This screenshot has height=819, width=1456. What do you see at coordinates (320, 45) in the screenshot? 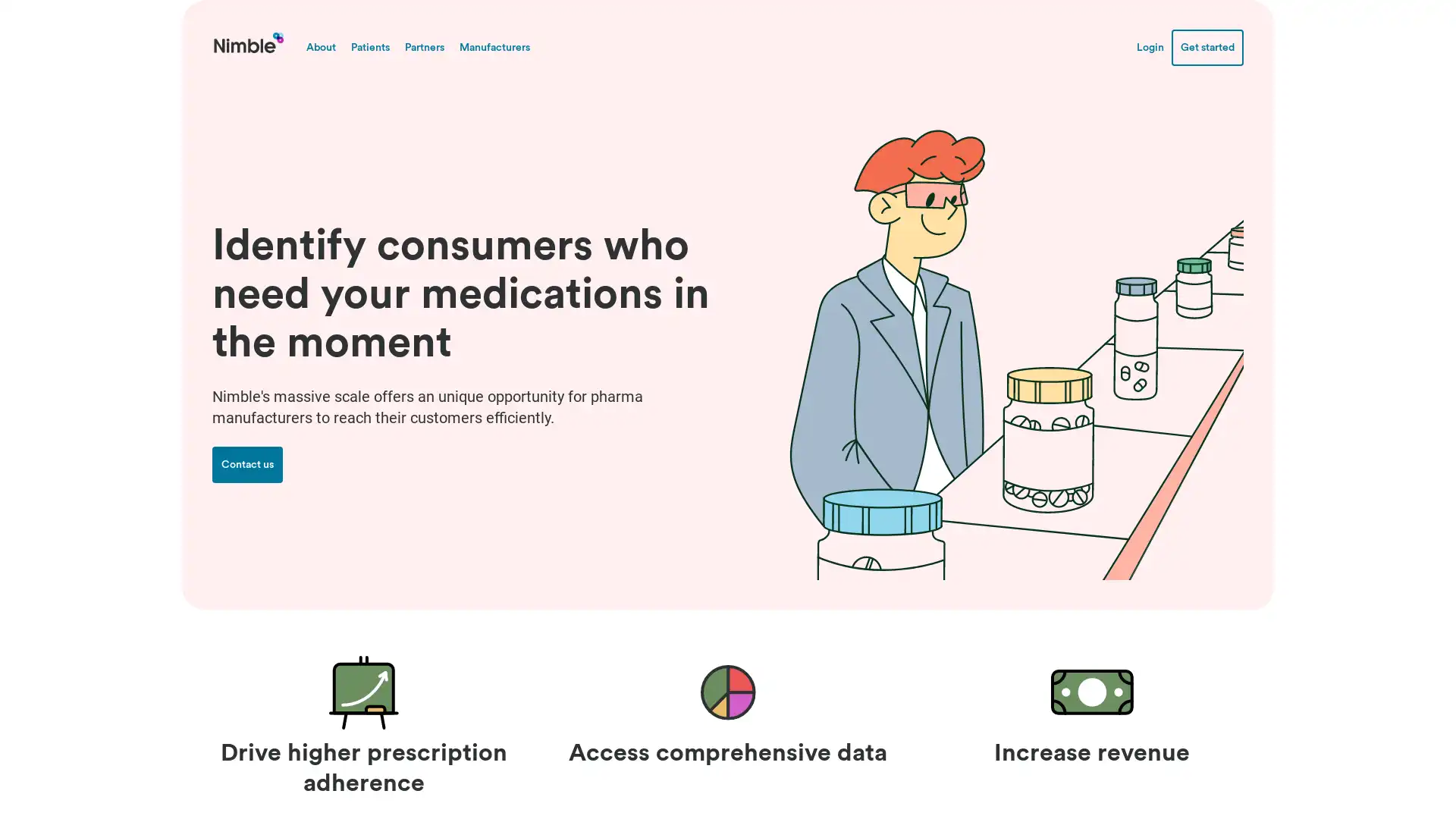
I see `About` at bounding box center [320, 45].